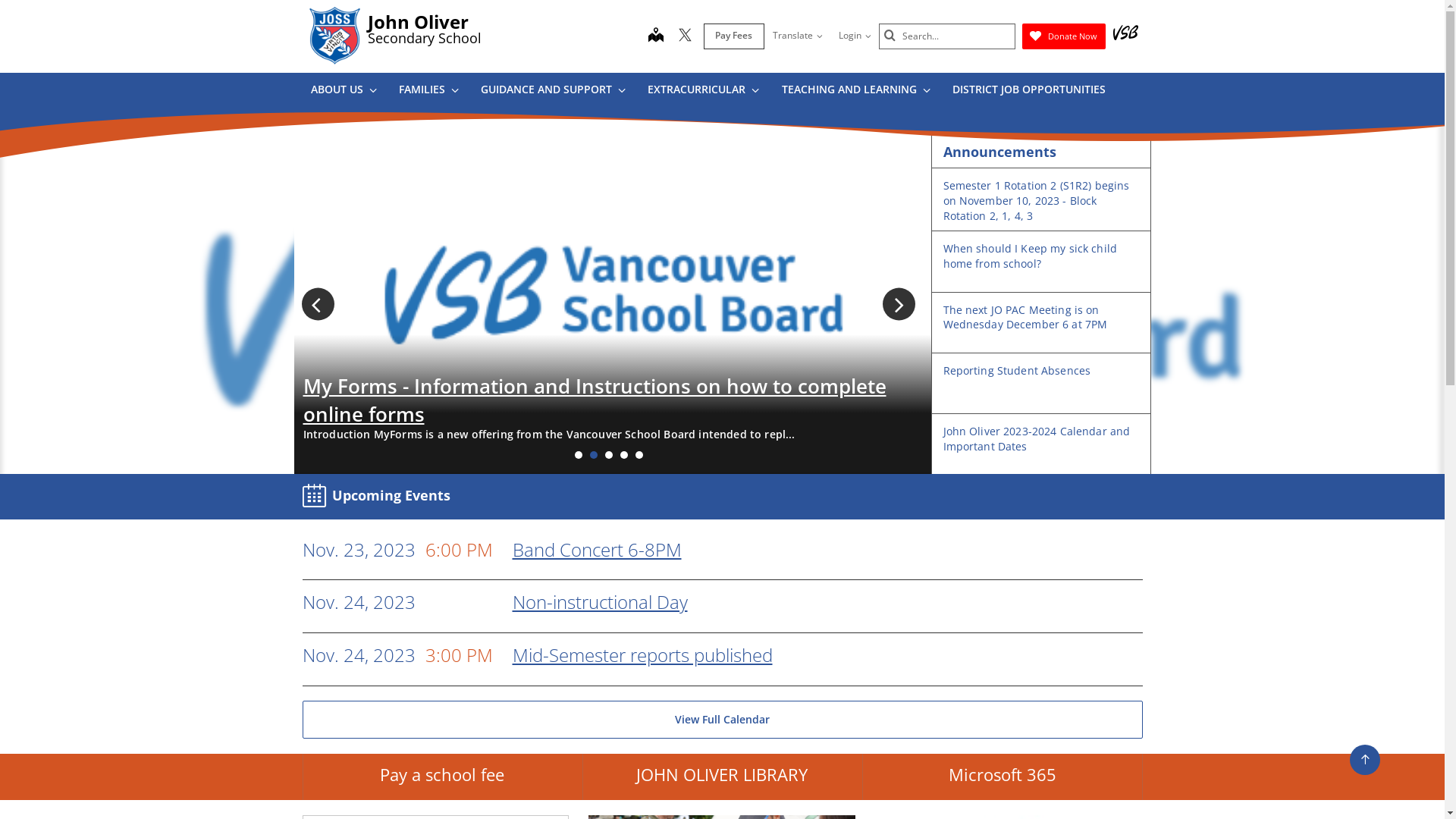 The image size is (1456, 819). What do you see at coordinates (1062, 35) in the screenshot?
I see `'Donate Now'` at bounding box center [1062, 35].